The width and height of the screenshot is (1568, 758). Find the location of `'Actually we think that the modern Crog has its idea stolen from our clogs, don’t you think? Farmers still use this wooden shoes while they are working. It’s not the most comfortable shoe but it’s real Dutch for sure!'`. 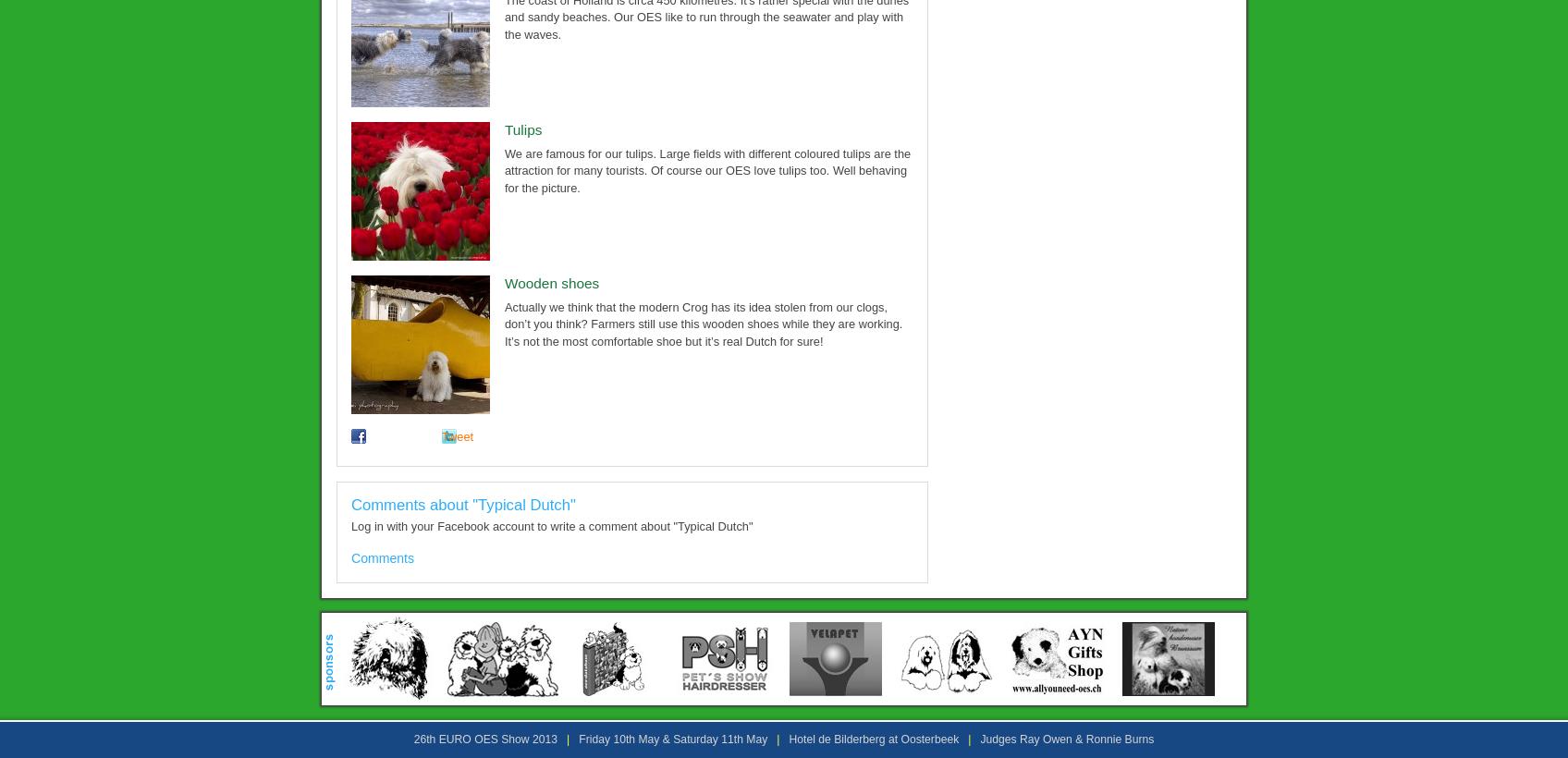

'Actually we think that the modern Crog has its idea stolen from our clogs, don’t you think? Farmers still use this wooden shoes while they are working. It’s not the most comfortable shoe but it’s real Dutch for sure!' is located at coordinates (703, 322).